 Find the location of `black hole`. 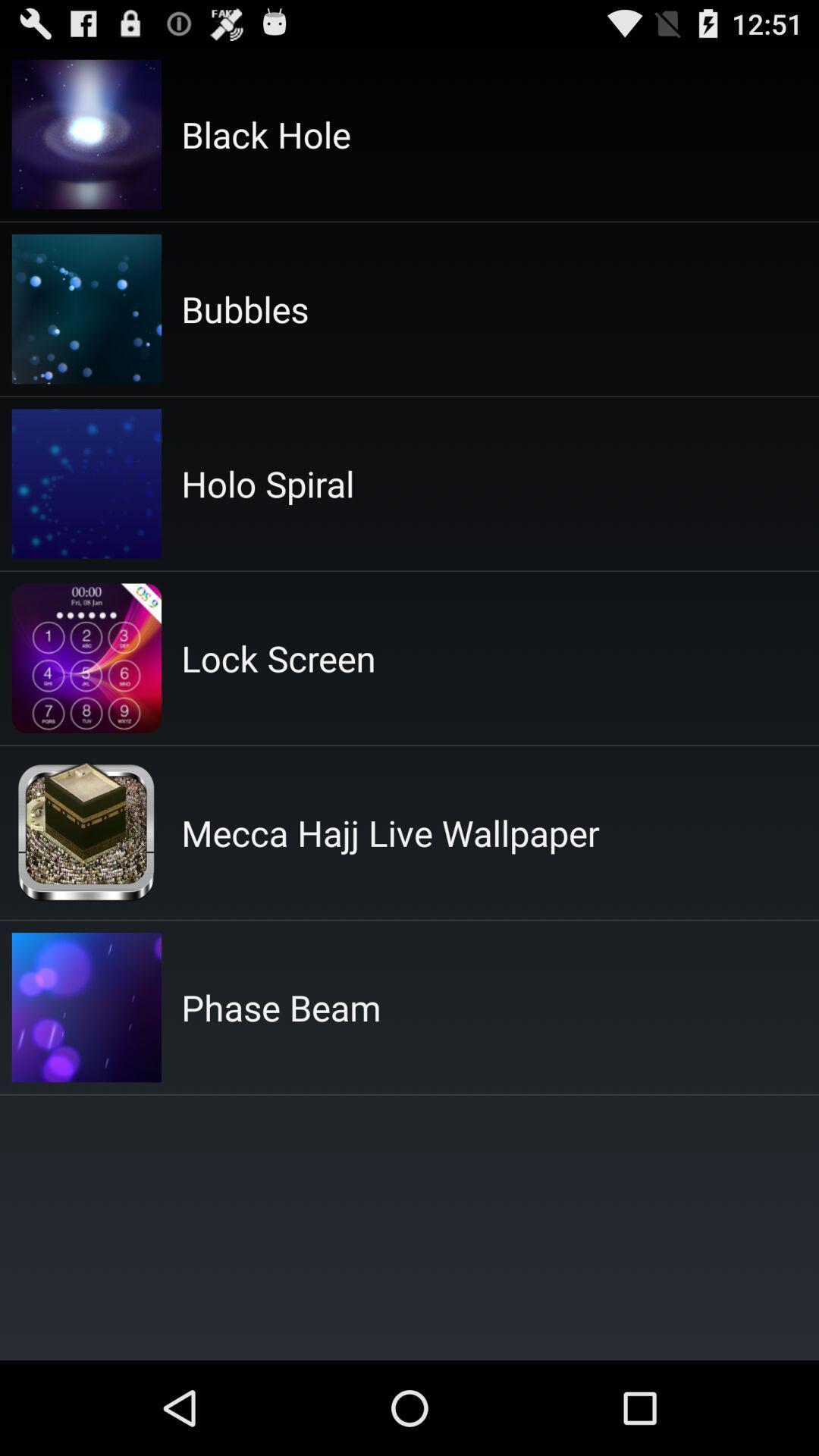

black hole is located at coordinates (265, 134).